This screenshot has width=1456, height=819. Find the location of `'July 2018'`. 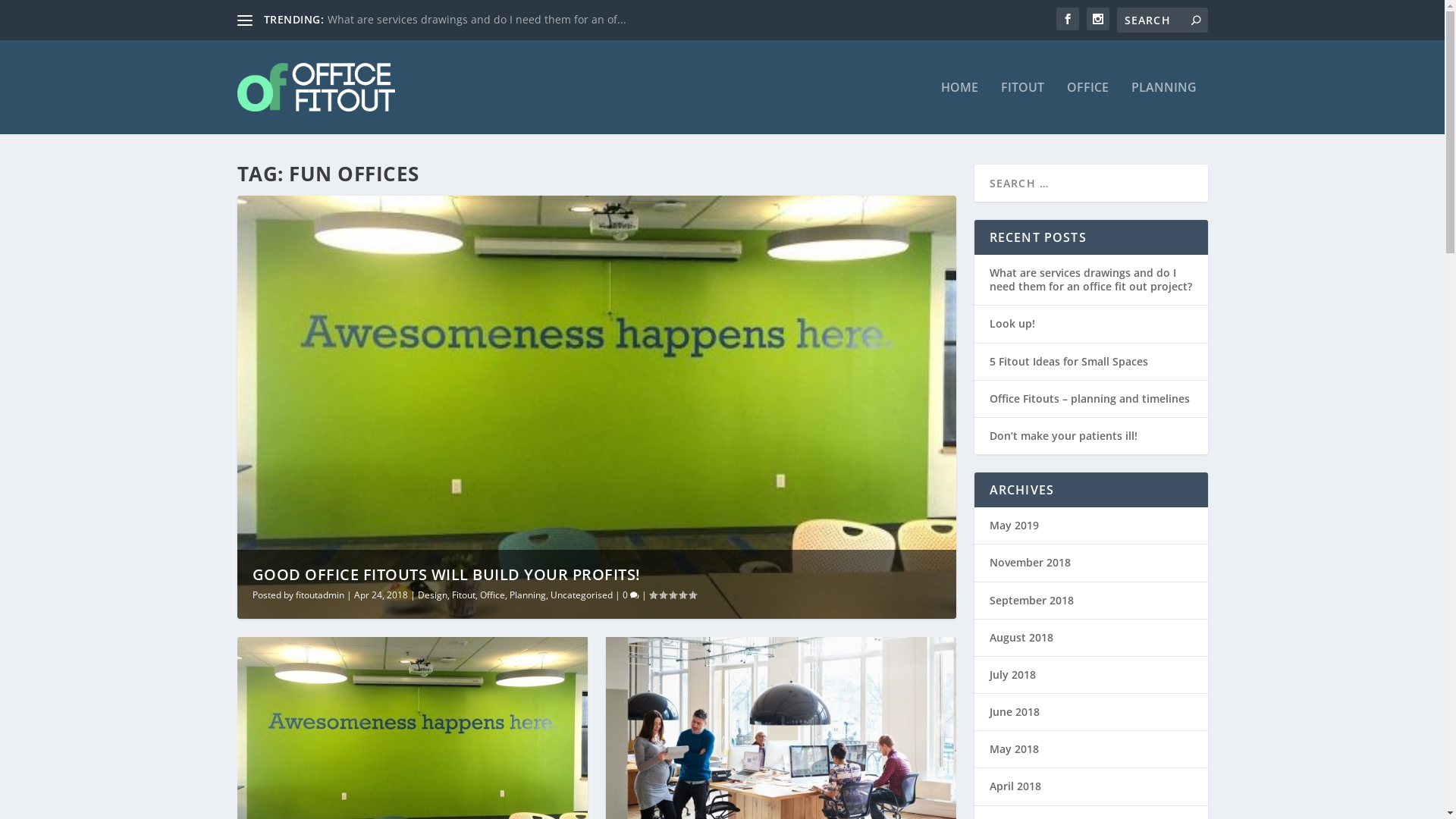

'July 2018' is located at coordinates (1012, 673).